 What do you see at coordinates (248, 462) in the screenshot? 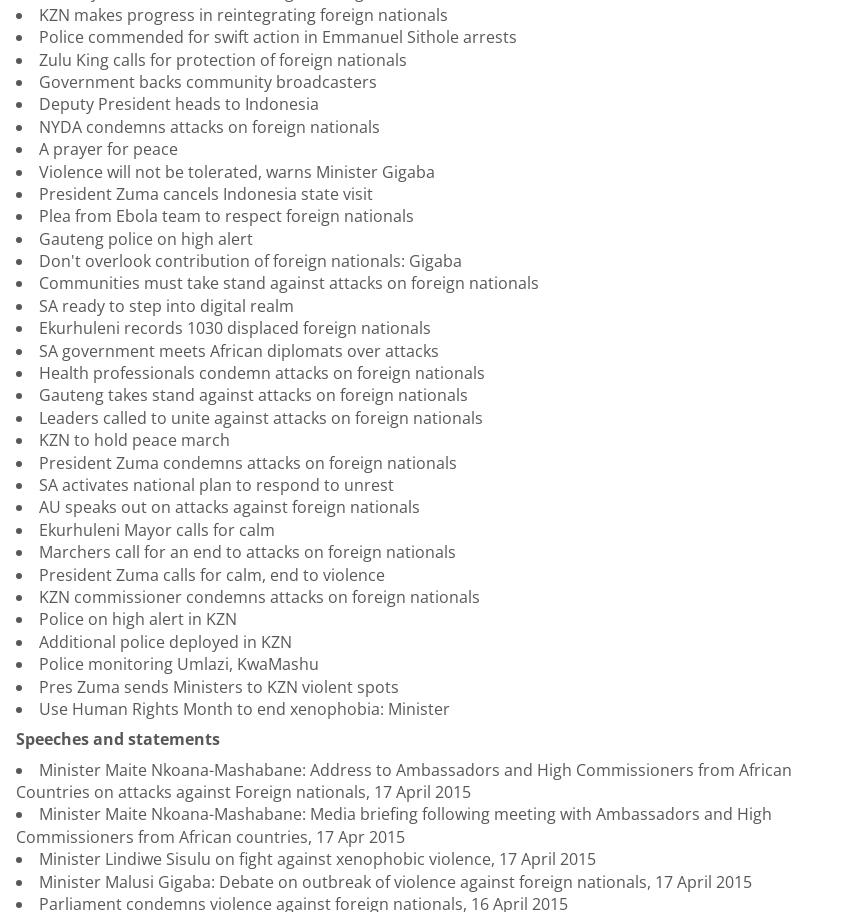
I see `'President Zuma condemns attacks on foreign nationals'` at bounding box center [248, 462].